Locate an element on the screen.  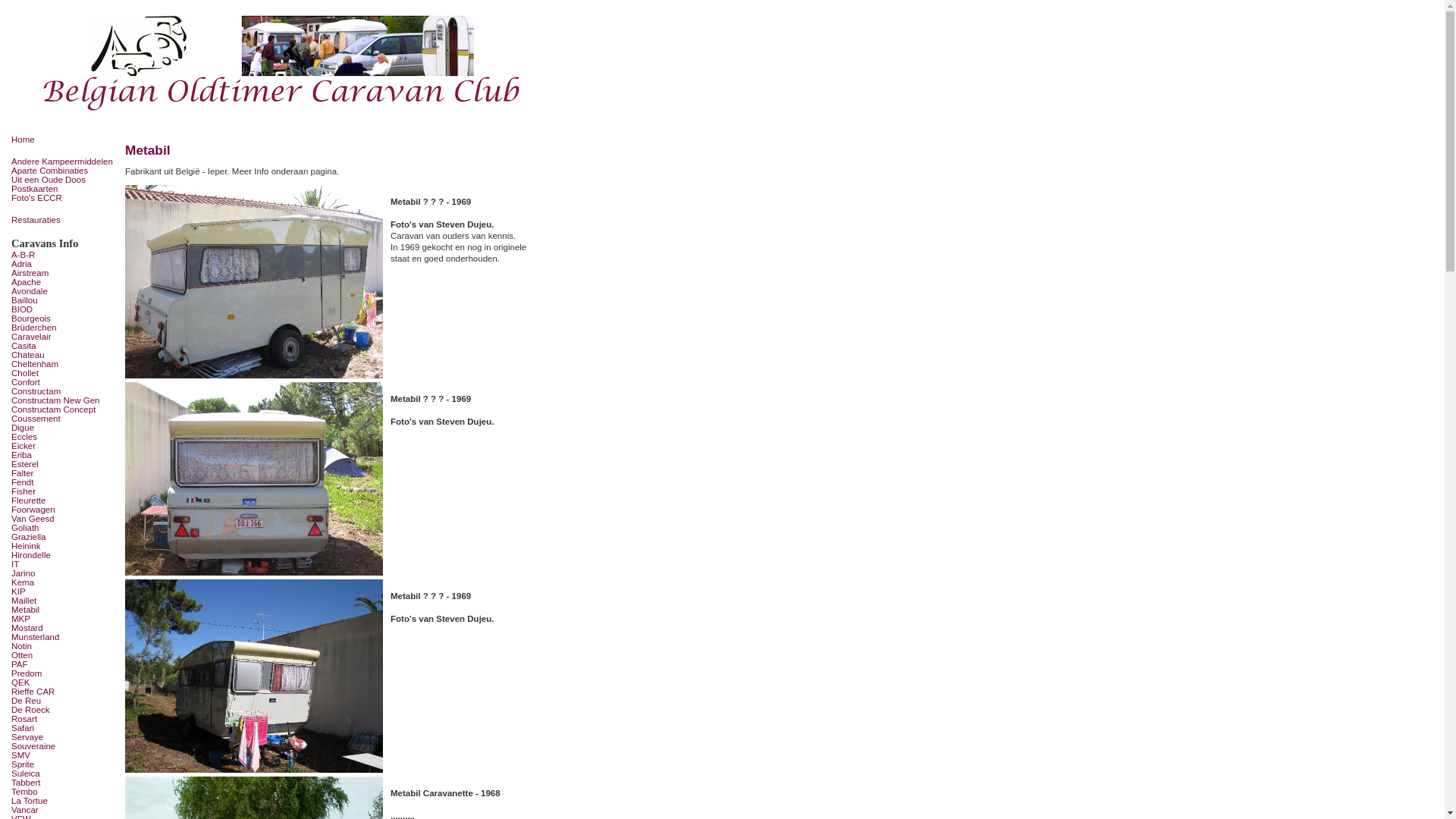
'Eccles' is located at coordinates (64, 436).